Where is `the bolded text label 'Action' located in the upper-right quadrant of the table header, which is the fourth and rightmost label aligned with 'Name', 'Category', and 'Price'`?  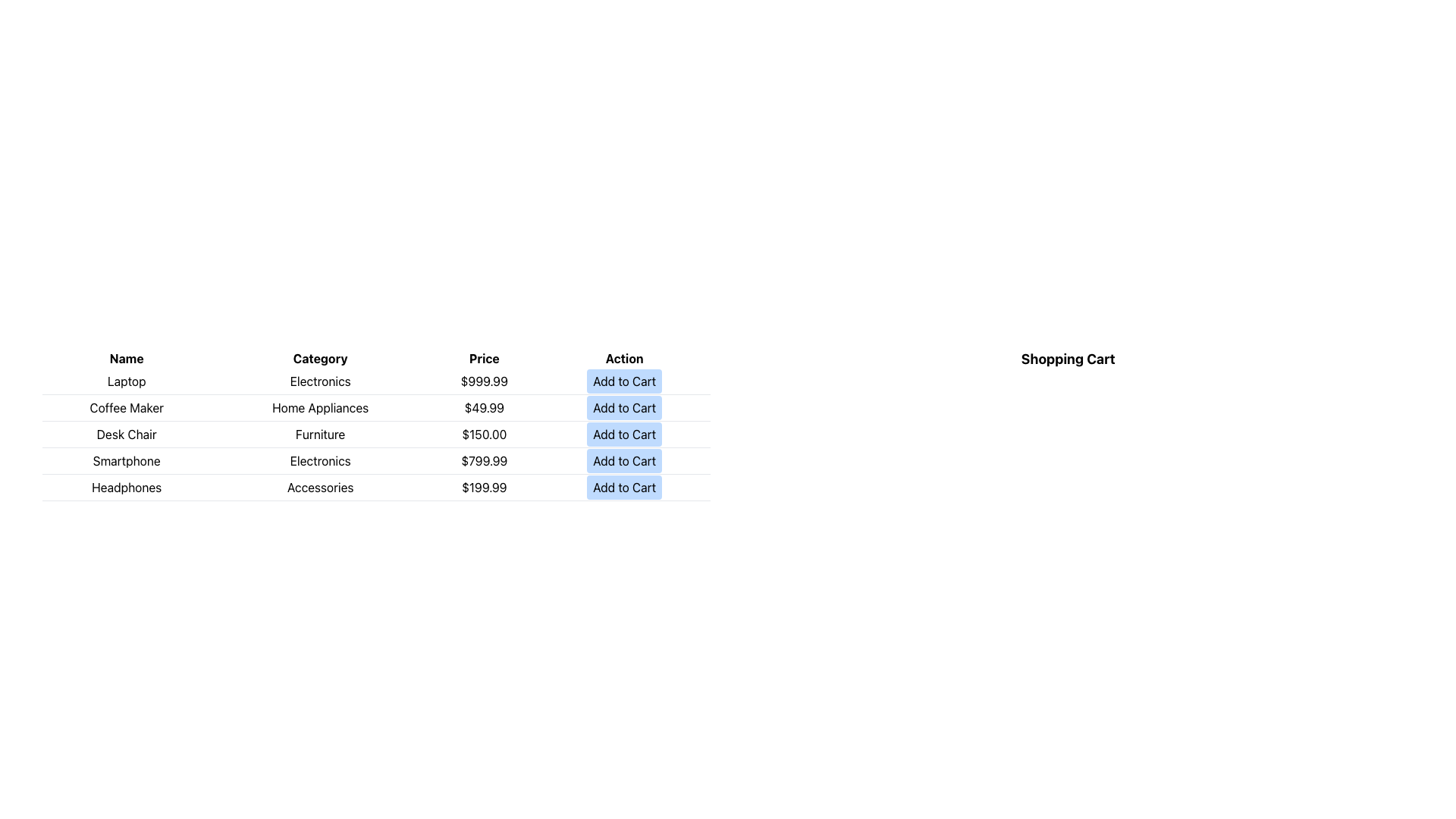 the bolded text label 'Action' located in the upper-right quadrant of the table header, which is the fourth and rightmost label aligned with 'Name', 'Category', and 'Price' is located at coordinates (624, 359).